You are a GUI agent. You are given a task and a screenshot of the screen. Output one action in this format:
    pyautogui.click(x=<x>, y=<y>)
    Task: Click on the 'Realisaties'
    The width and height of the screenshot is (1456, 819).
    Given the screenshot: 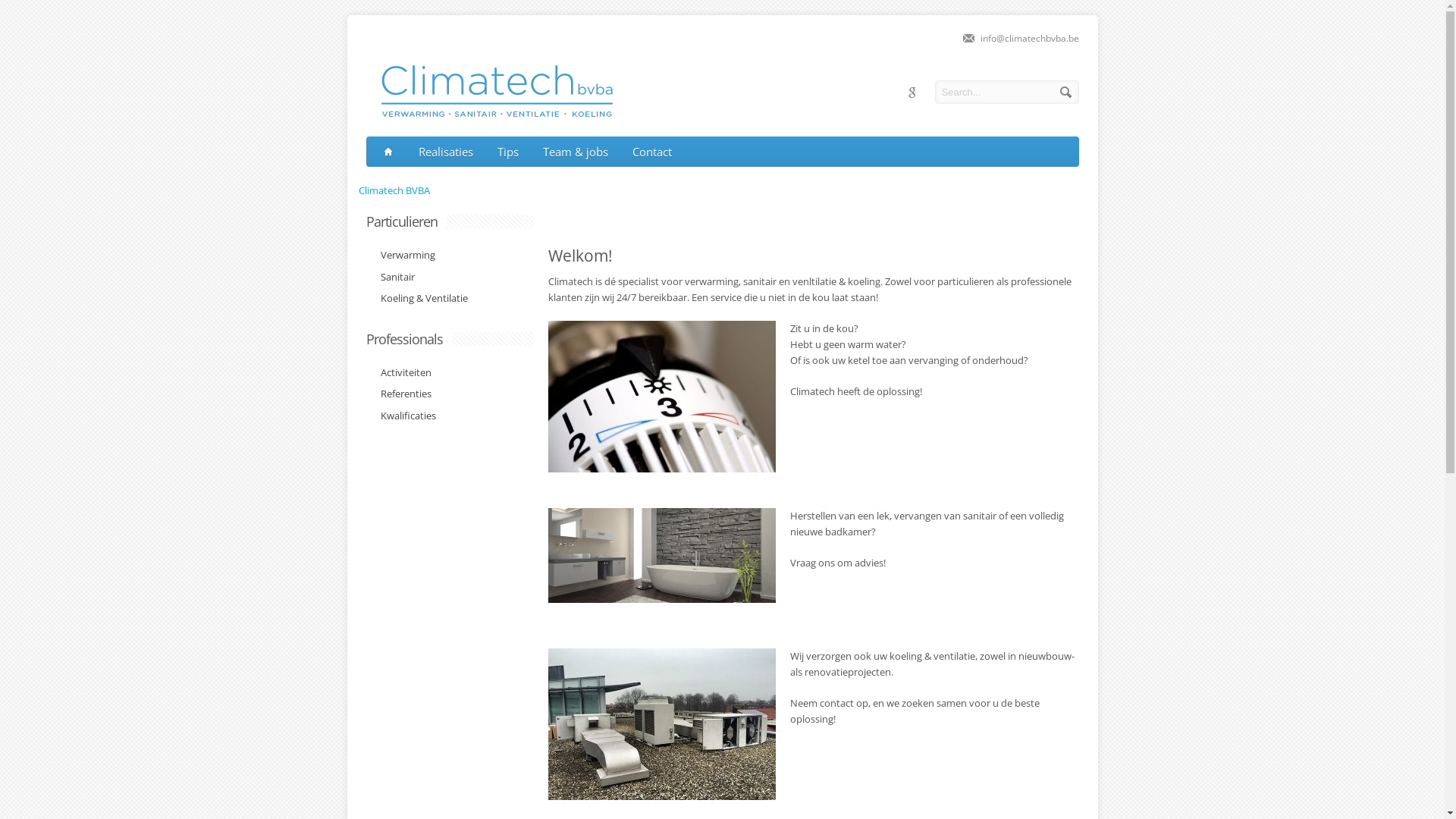 What is the action you would take?
    pyautogui.click(x=445, y=152)
    